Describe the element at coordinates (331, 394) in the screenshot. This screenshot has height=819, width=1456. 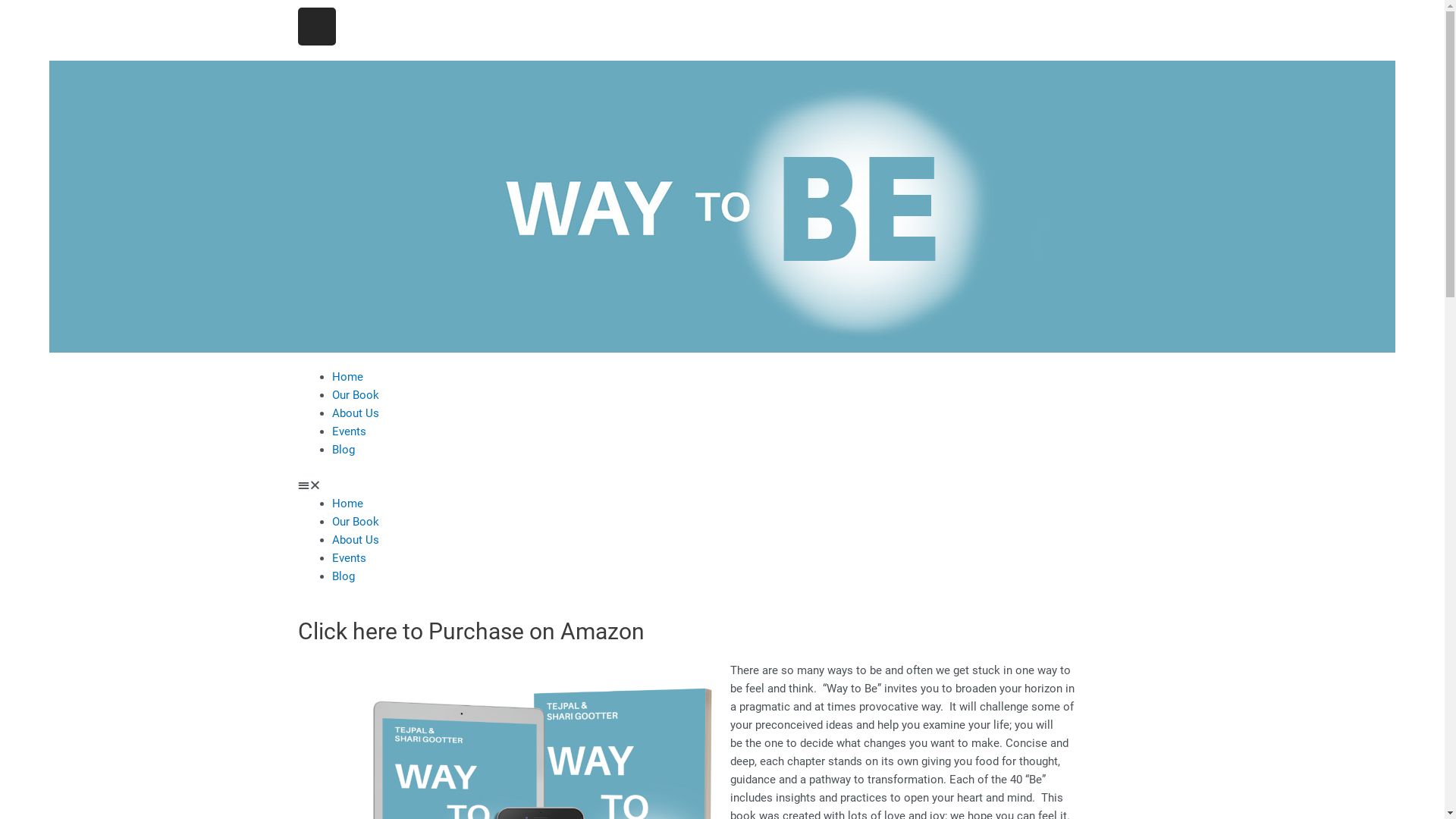
I see `'Our Book'` at that location.